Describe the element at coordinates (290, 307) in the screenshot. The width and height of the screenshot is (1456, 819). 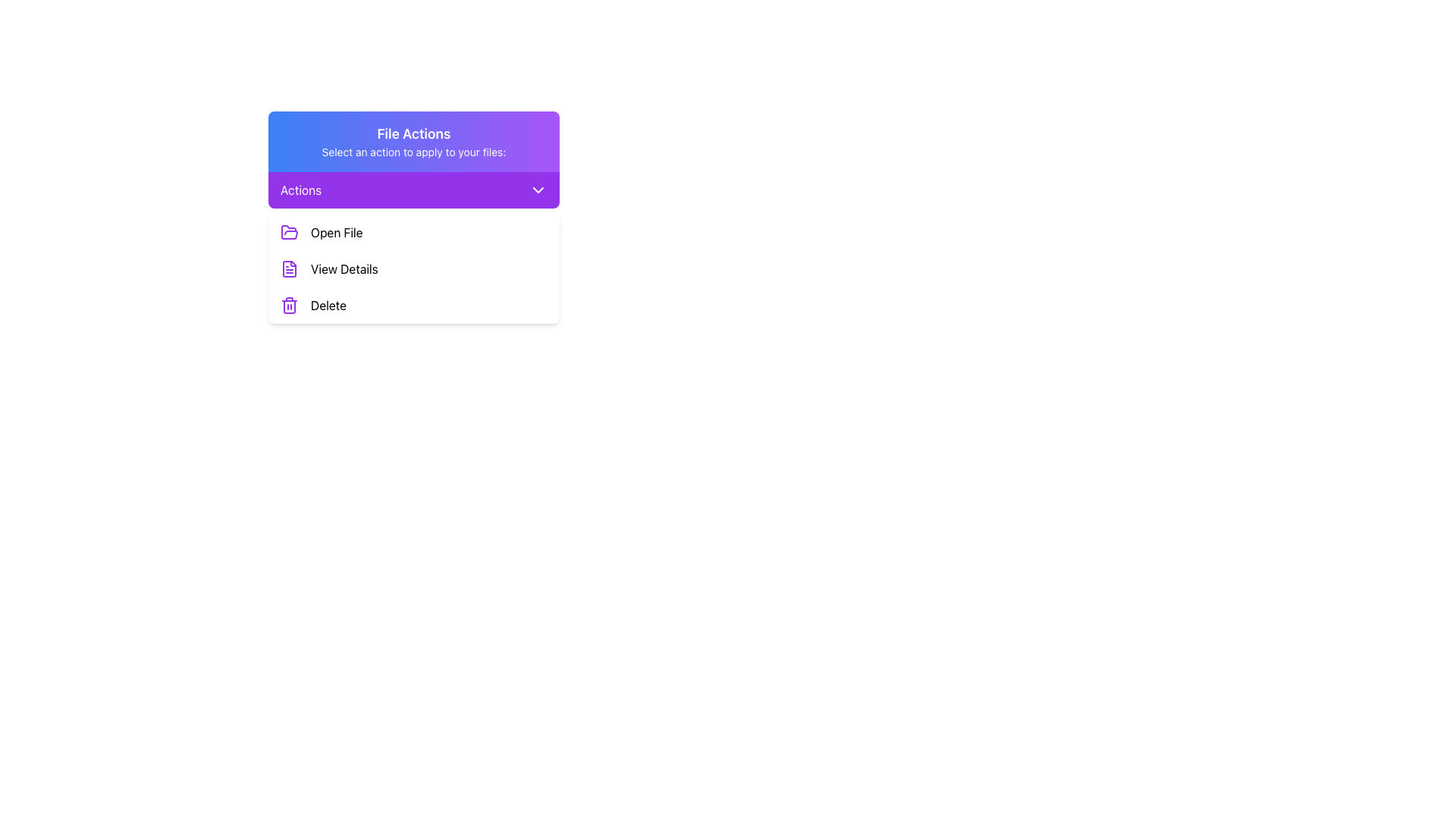
I see `the medium-sized trash can icon with a purple outline located in the 'Delete' option of the dropdown menu` at that location.